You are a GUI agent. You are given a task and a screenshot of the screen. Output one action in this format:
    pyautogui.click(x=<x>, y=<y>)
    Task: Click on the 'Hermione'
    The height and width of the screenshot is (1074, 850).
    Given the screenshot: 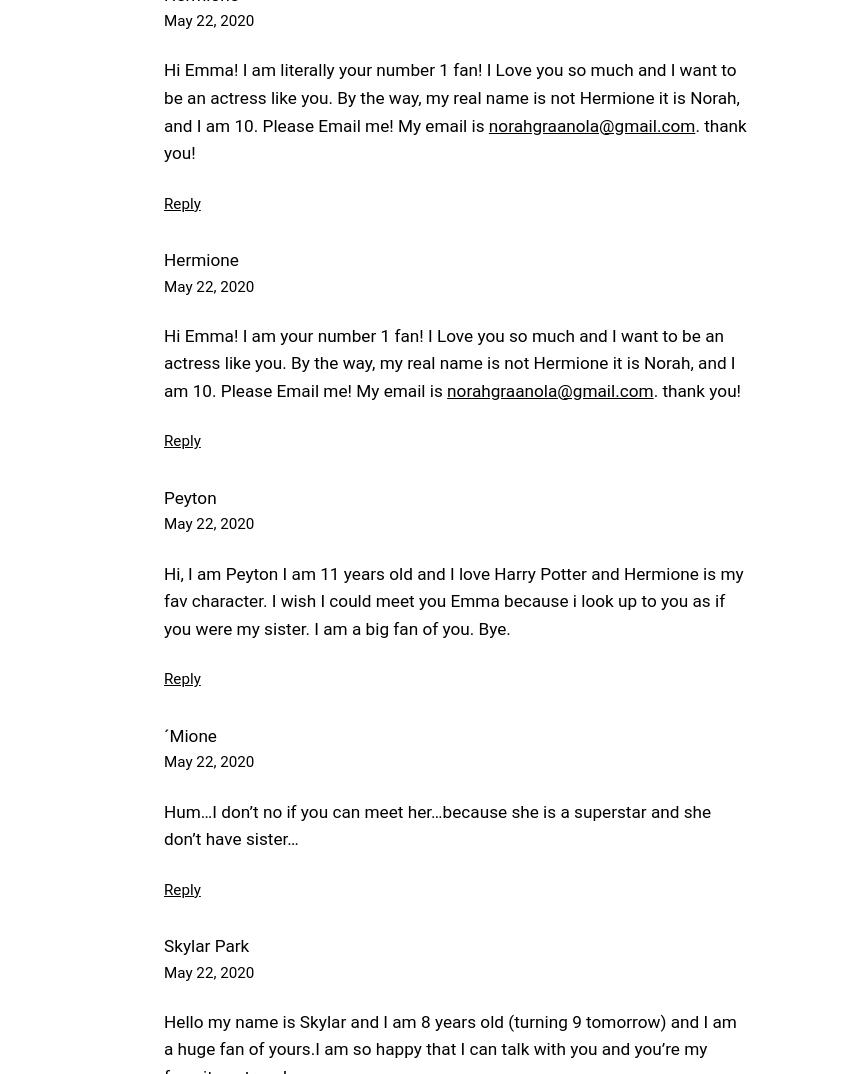 What is the action you would take?
    pyautogui.click(x=200, y=259)
    